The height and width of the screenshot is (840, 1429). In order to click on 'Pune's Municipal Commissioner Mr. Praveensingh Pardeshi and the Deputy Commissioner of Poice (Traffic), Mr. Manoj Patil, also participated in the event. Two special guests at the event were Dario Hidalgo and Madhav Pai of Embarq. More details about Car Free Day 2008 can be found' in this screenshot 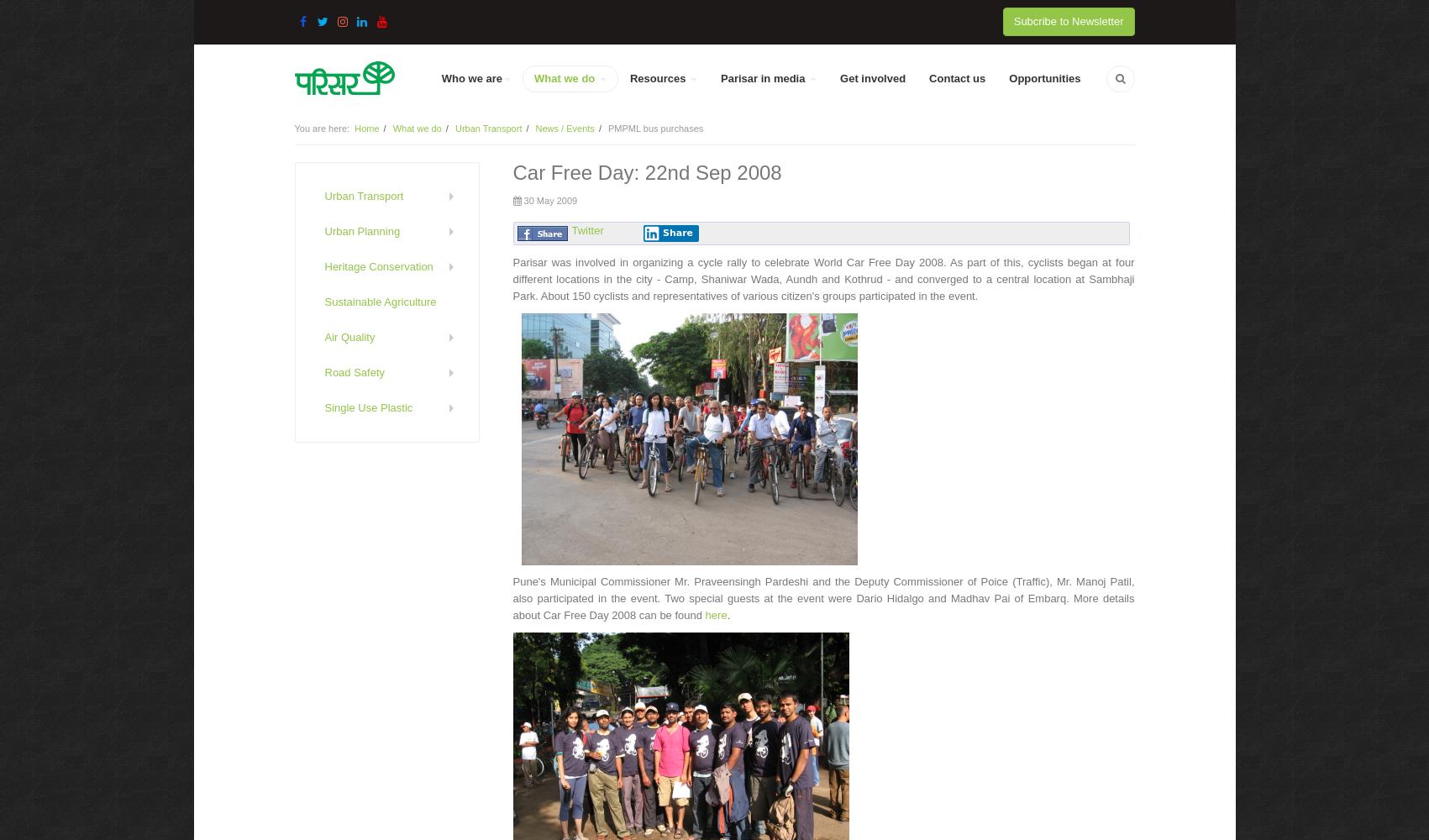, I will do `click(822, 597)`.